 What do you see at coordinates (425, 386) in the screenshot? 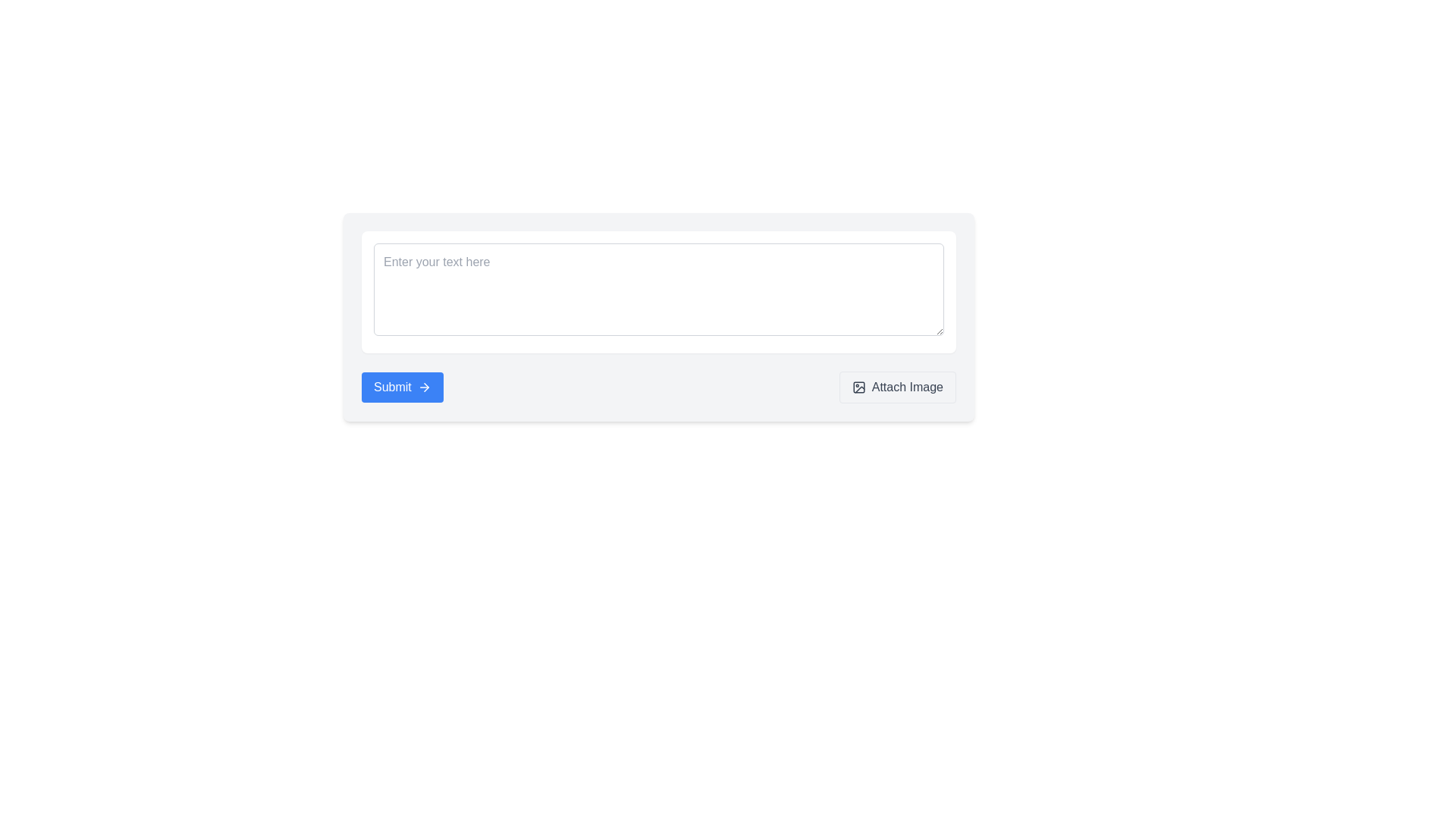
I see `the triangular right arrow icon that is part of the 'Submit' button, located at the bottom area of the interface` at bounding box center [425, 386].